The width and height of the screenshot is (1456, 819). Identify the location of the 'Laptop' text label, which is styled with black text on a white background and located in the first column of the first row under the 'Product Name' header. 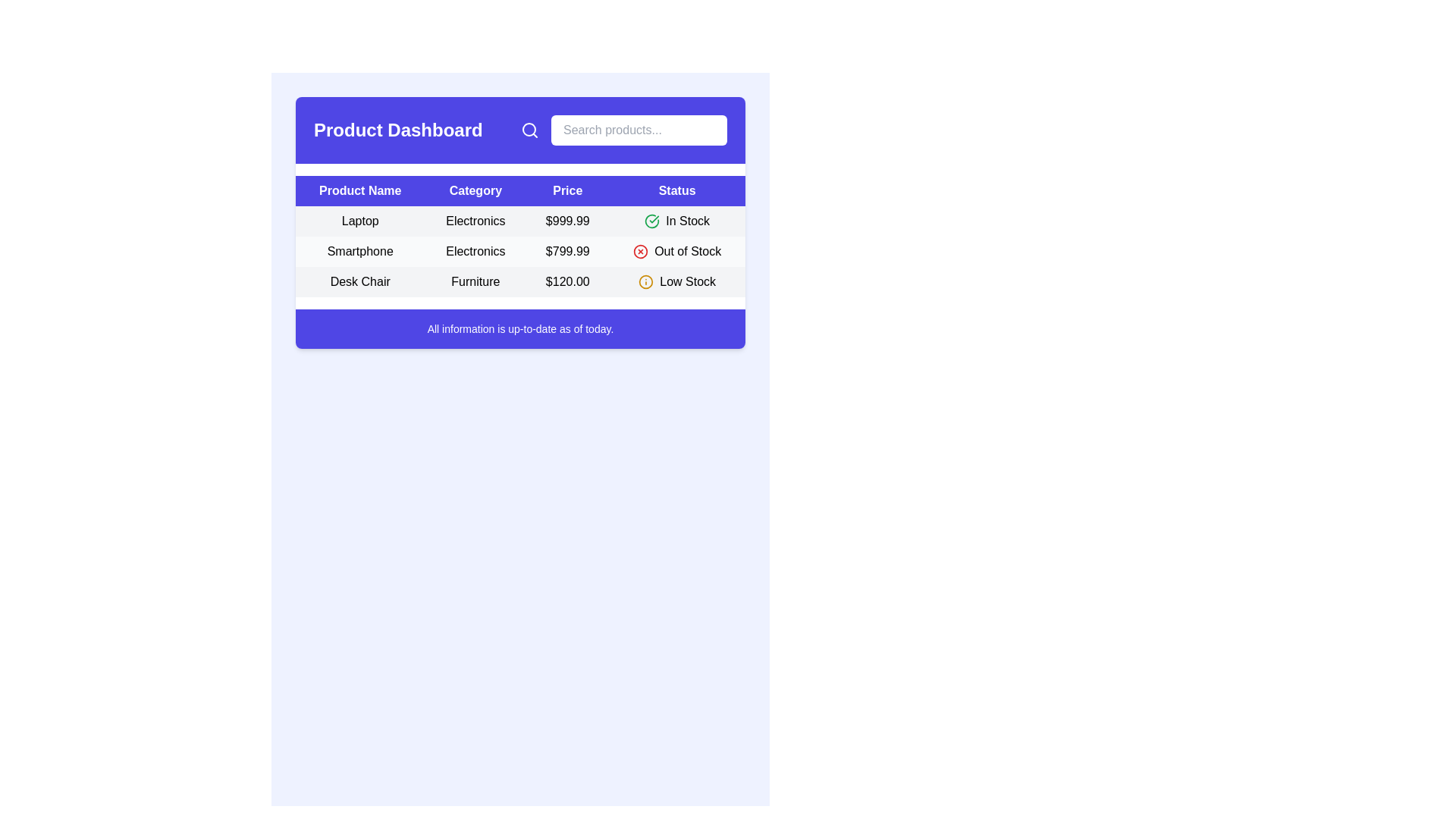
(359, 221).